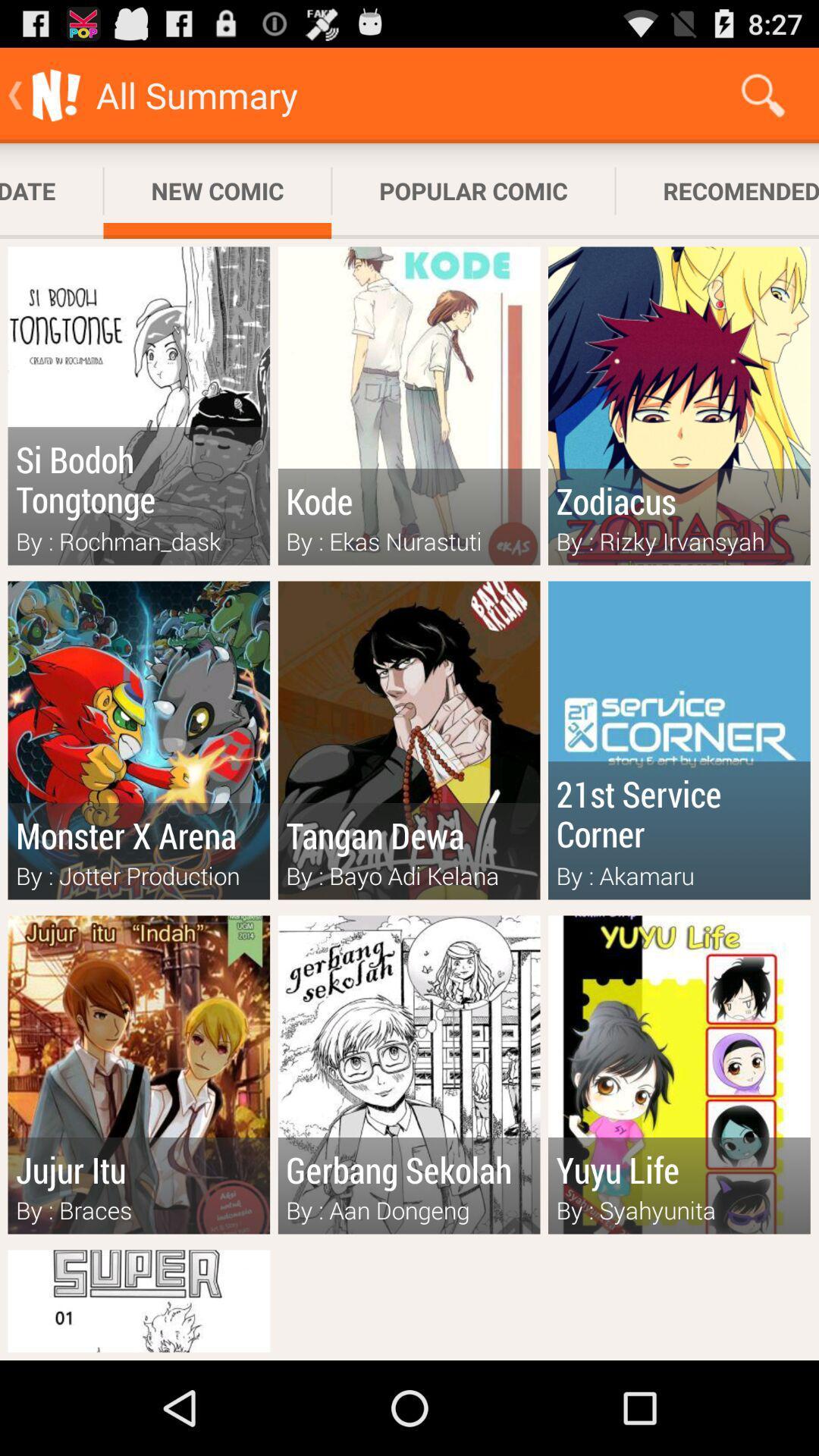 The image size is (819, 1456). Describe the element at coordinates (51, 190) in the screenshot. I see `the icon next to new comic app` at that location.